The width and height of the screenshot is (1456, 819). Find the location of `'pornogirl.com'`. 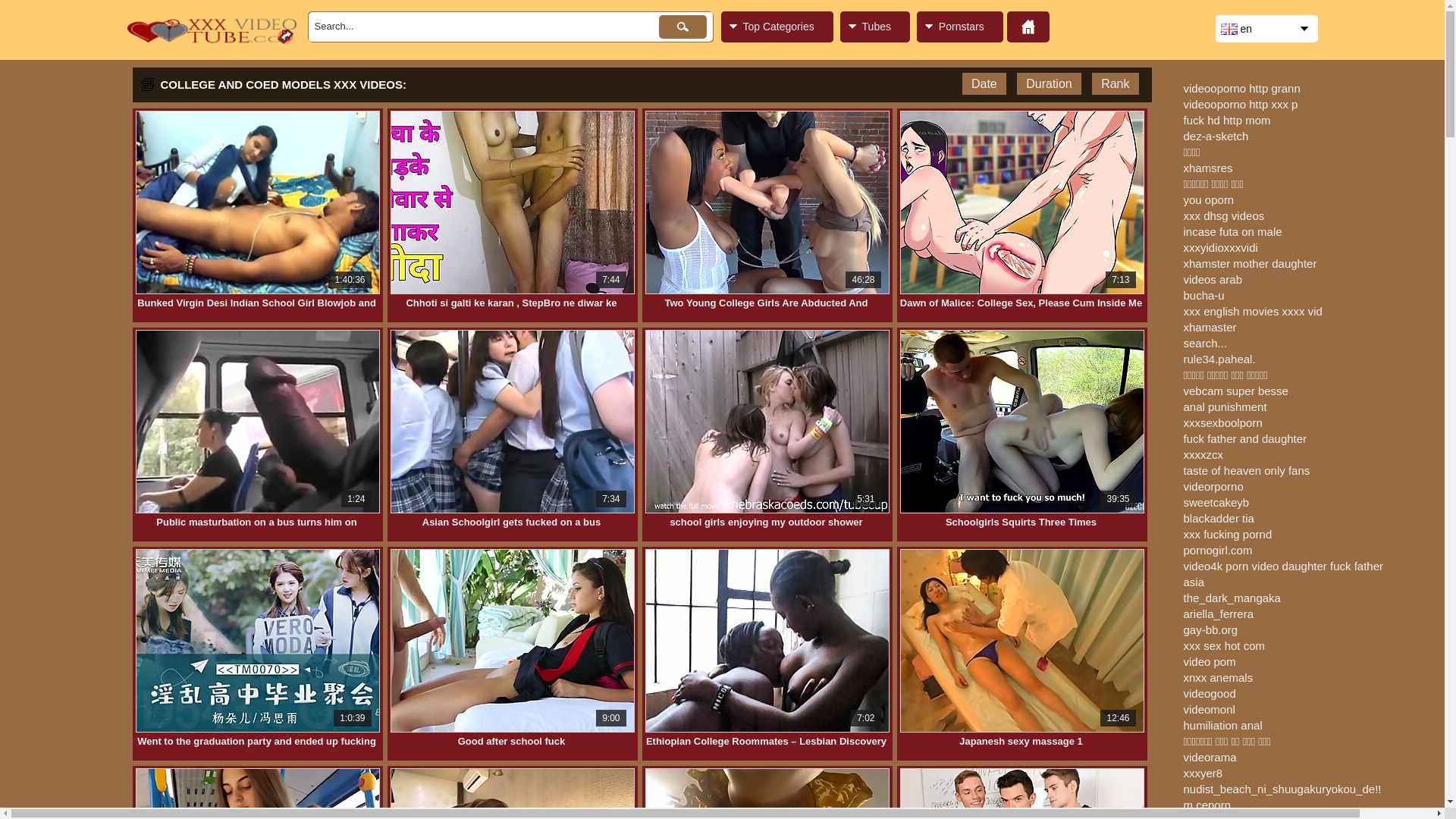

'pornogirl.com' is located at coordinates (1217, 550).